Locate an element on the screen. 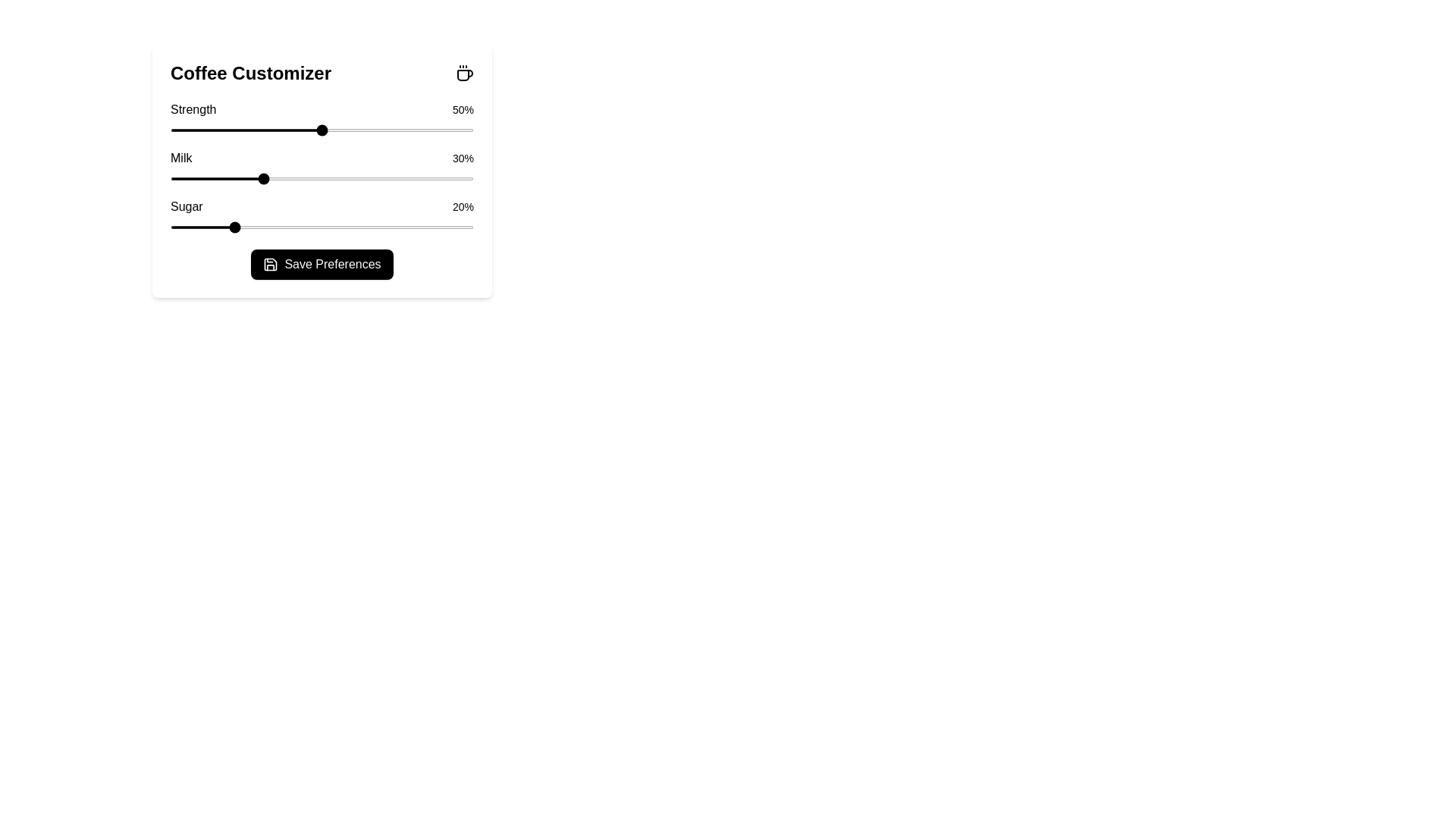 The width and height of the screenshot is (1456, 819). the strength slider is located at coordinates (337, 130).